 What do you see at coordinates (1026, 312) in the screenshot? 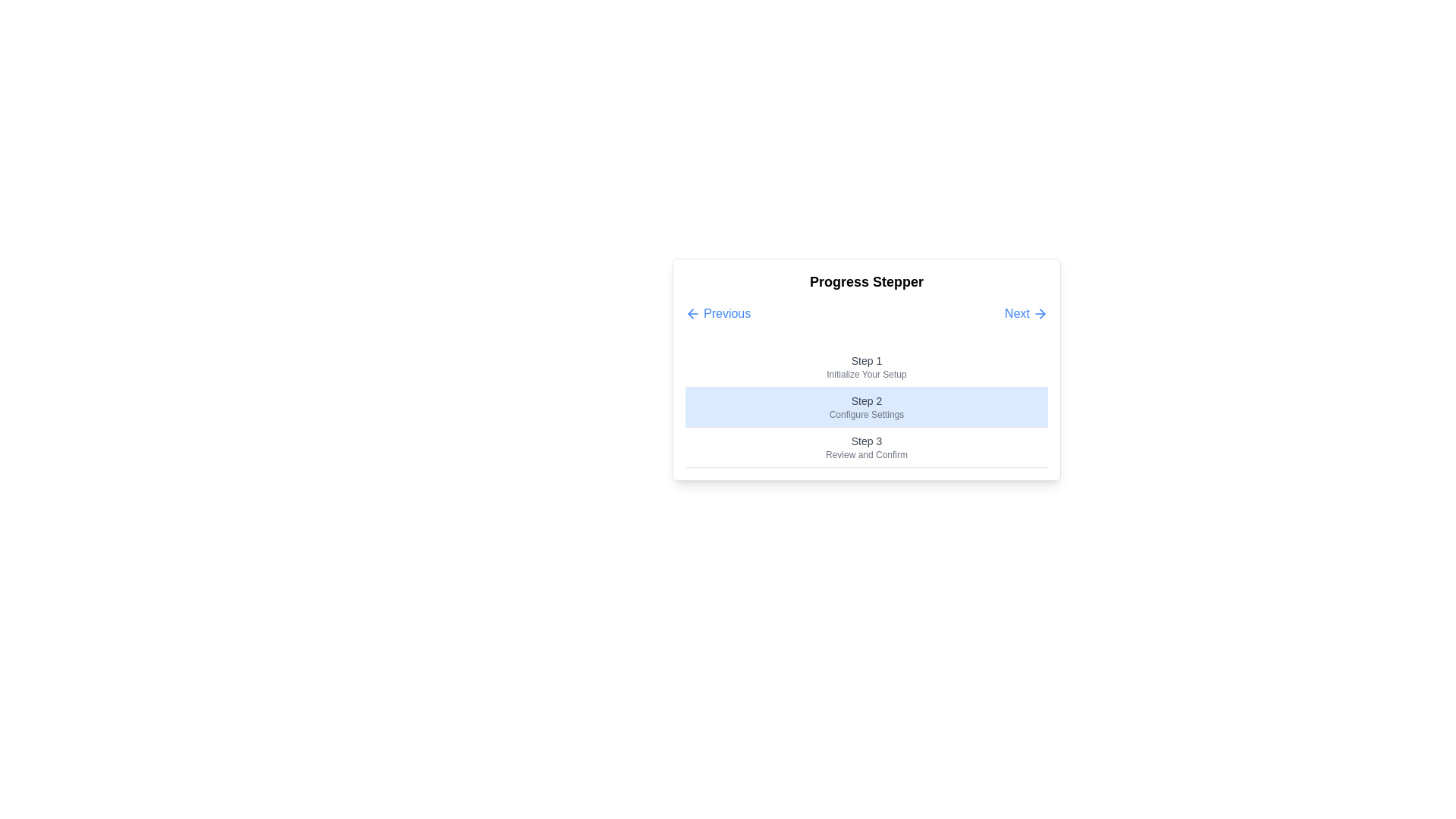
I see `the 'Next' button, which is styled in blue and features a right-arrow icon, located at the bottom-right corner of the card-like component` at bounding box center [1026, 312].